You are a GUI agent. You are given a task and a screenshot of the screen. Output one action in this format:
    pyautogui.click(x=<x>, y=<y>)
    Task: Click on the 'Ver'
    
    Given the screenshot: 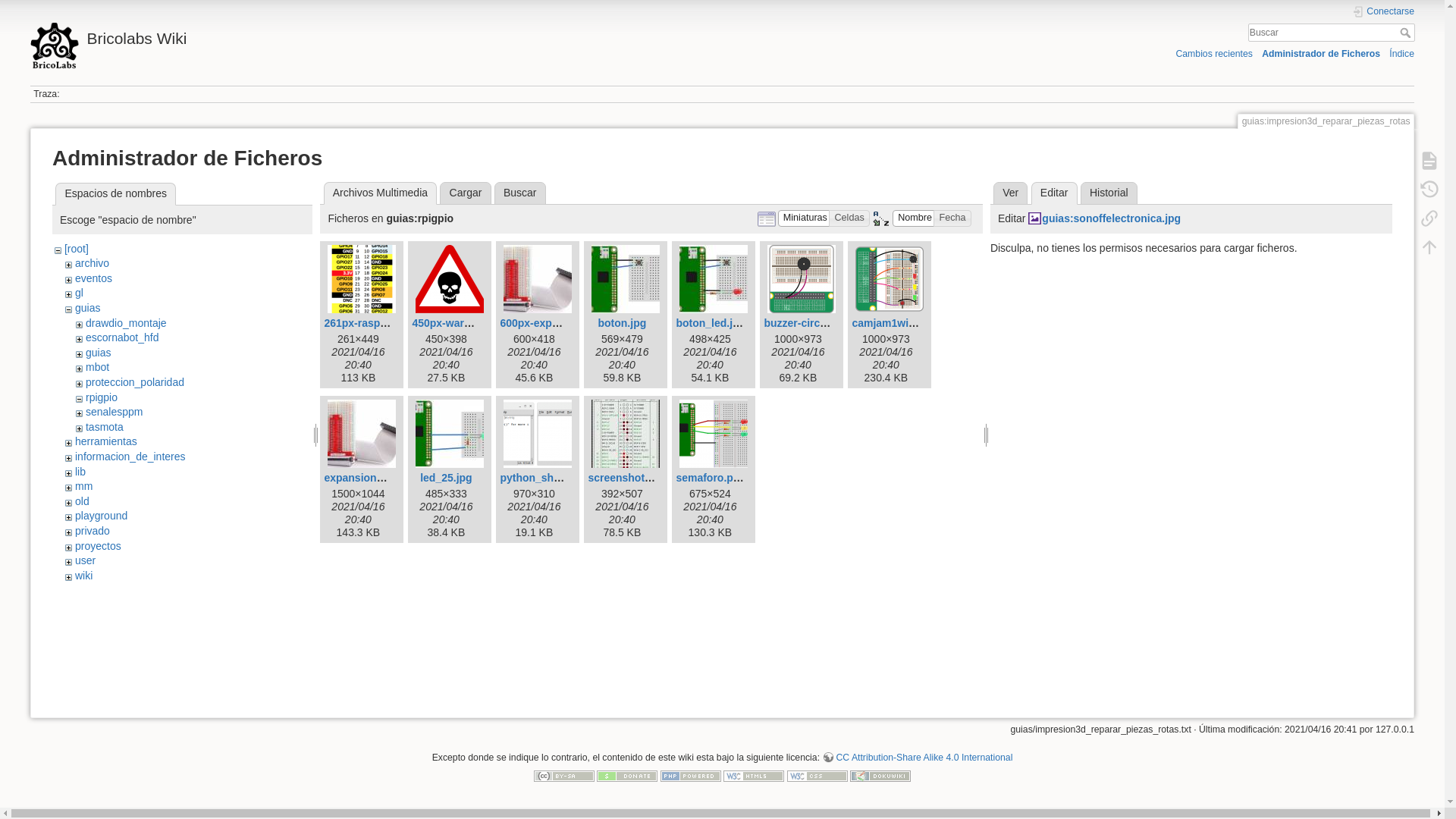 What is the action you would take?
    pyautogui.click(x=1010, y=192)
    